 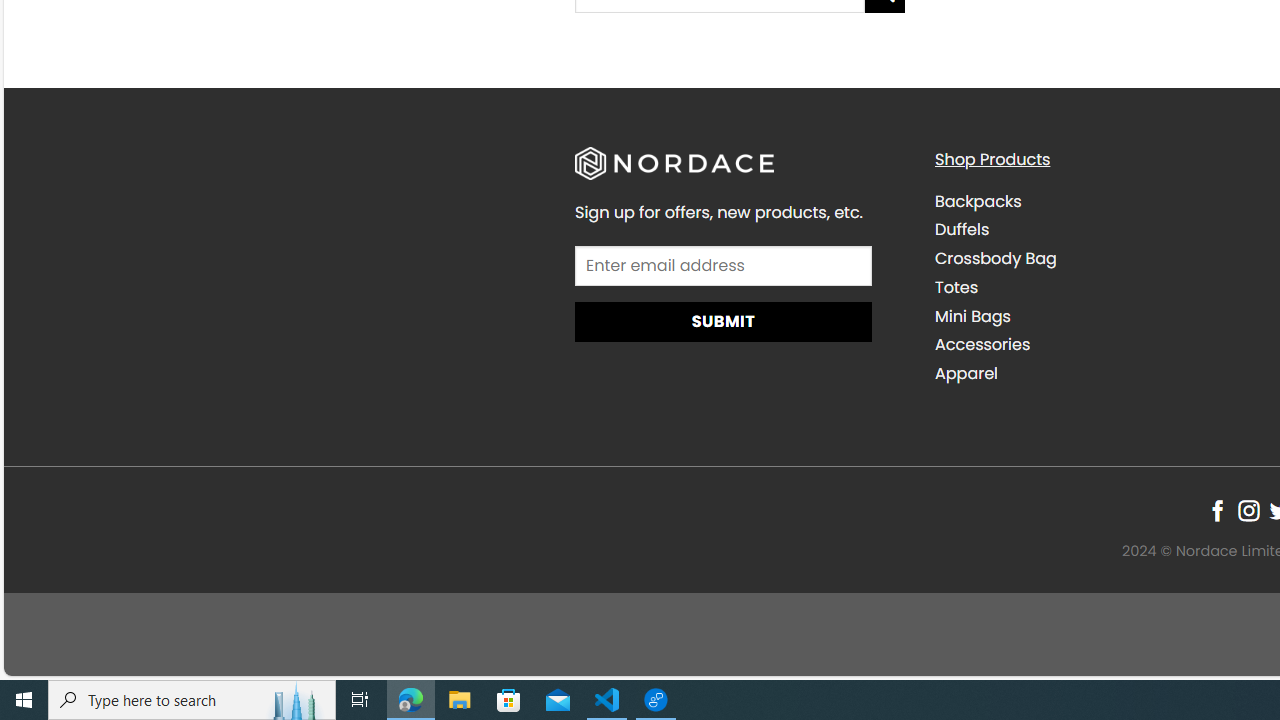 What do you see at coordinates (961, 229) in the screenshot?
I see `'Duffels'` at bounding box center [961, 229].